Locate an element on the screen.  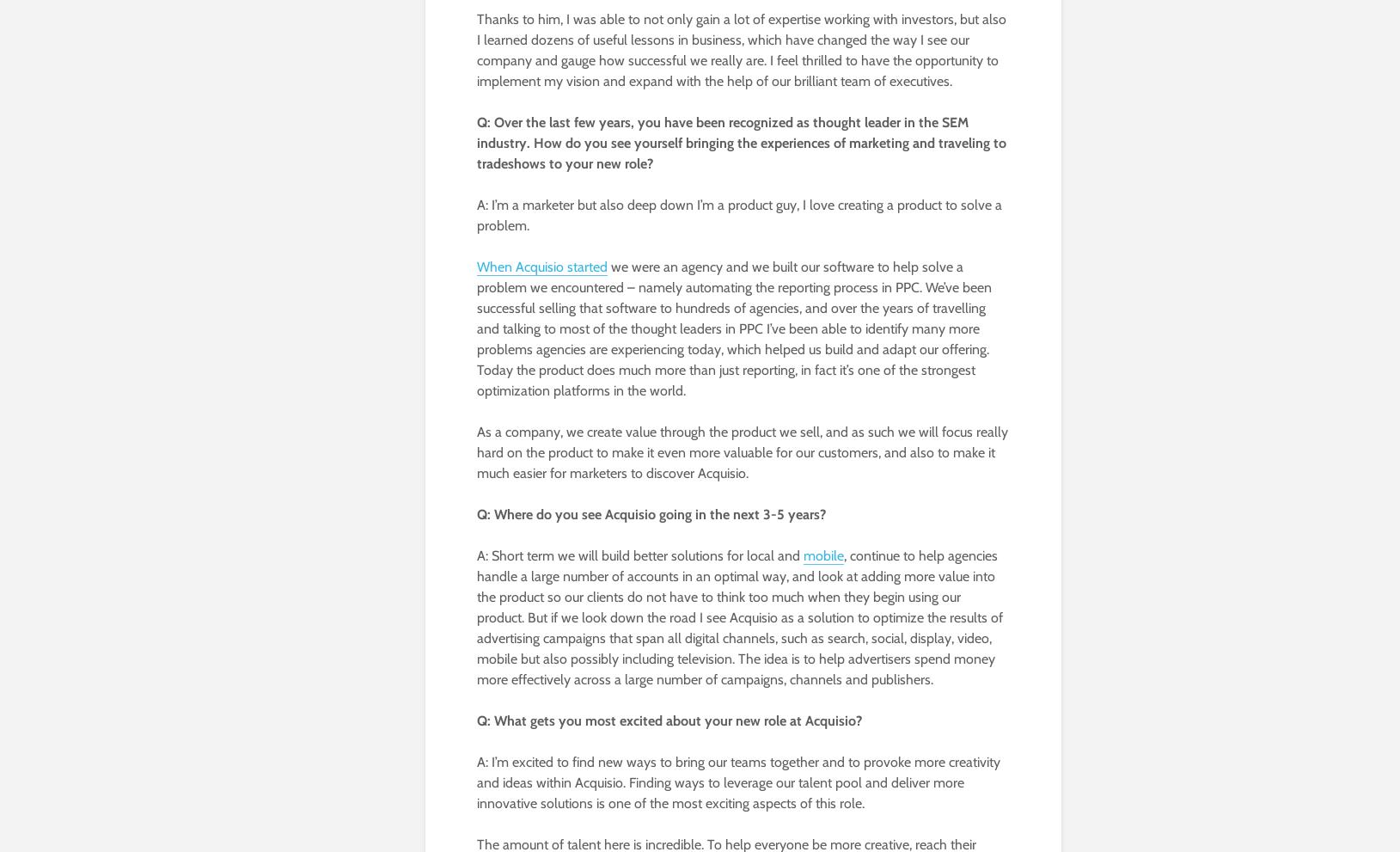
'Q: What gets you most excited about your new role at Acquisio?' is located at coordinates (668, 720).